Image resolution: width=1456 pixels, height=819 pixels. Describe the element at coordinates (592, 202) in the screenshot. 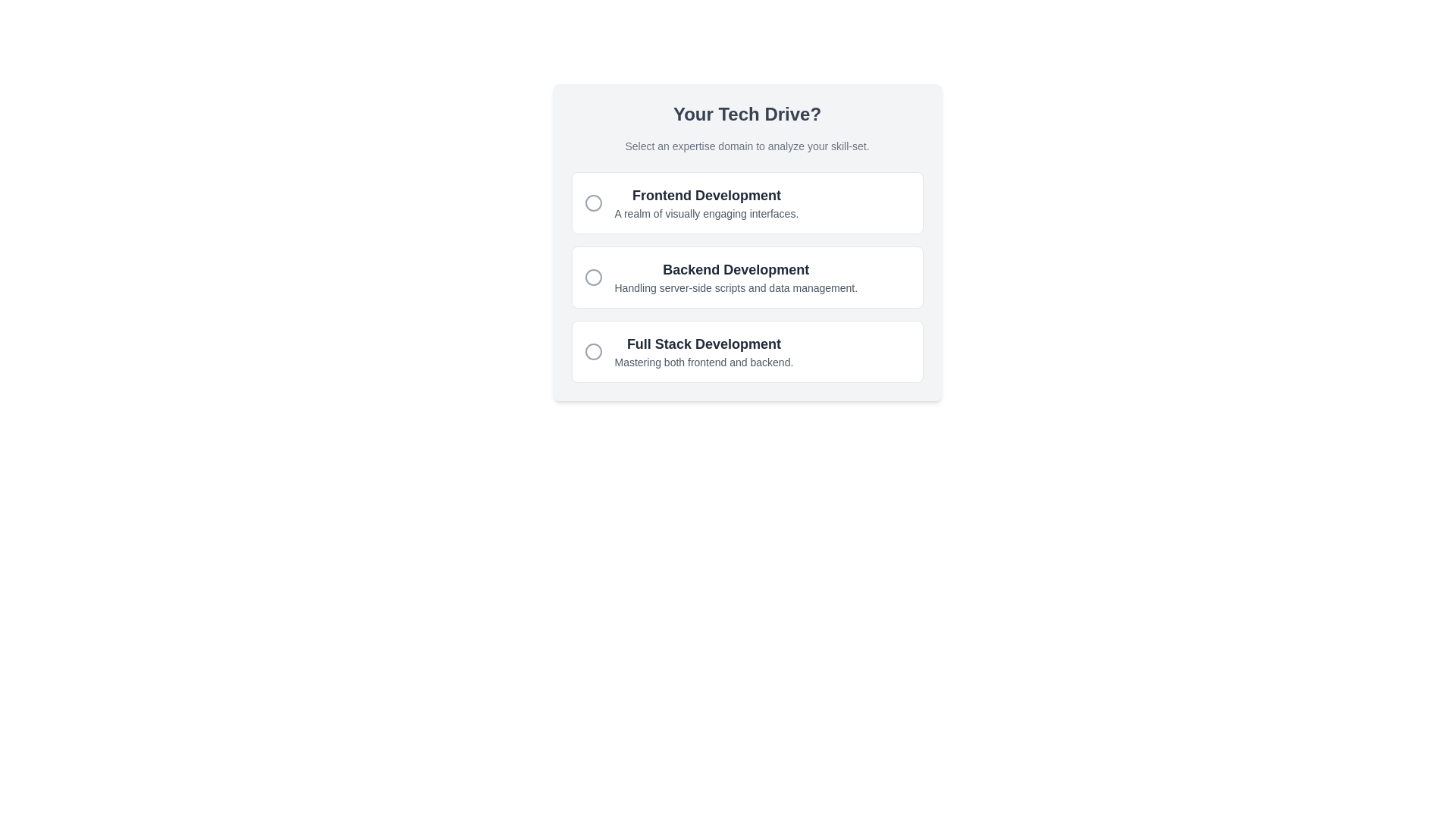

I see `the unselected radio button-like marker indicating the 'Frontend Development' option, which is located centrally to the left of the option's text` at that location.